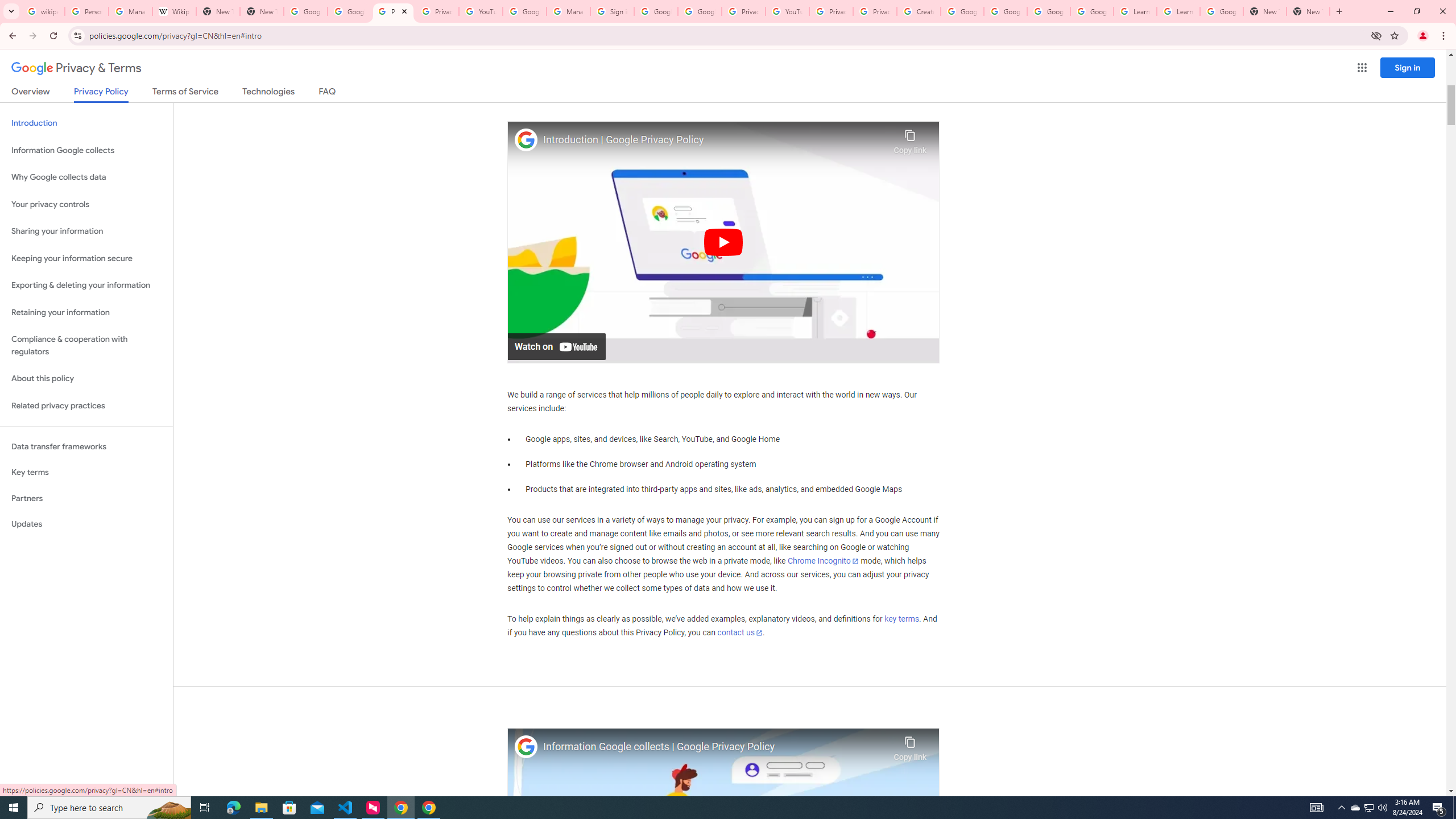 The height and width of the screenshot is (819, 1456). Describe the element at coordinates (1221, 11) in the screenshot. I see `'Google Account'` at that location.